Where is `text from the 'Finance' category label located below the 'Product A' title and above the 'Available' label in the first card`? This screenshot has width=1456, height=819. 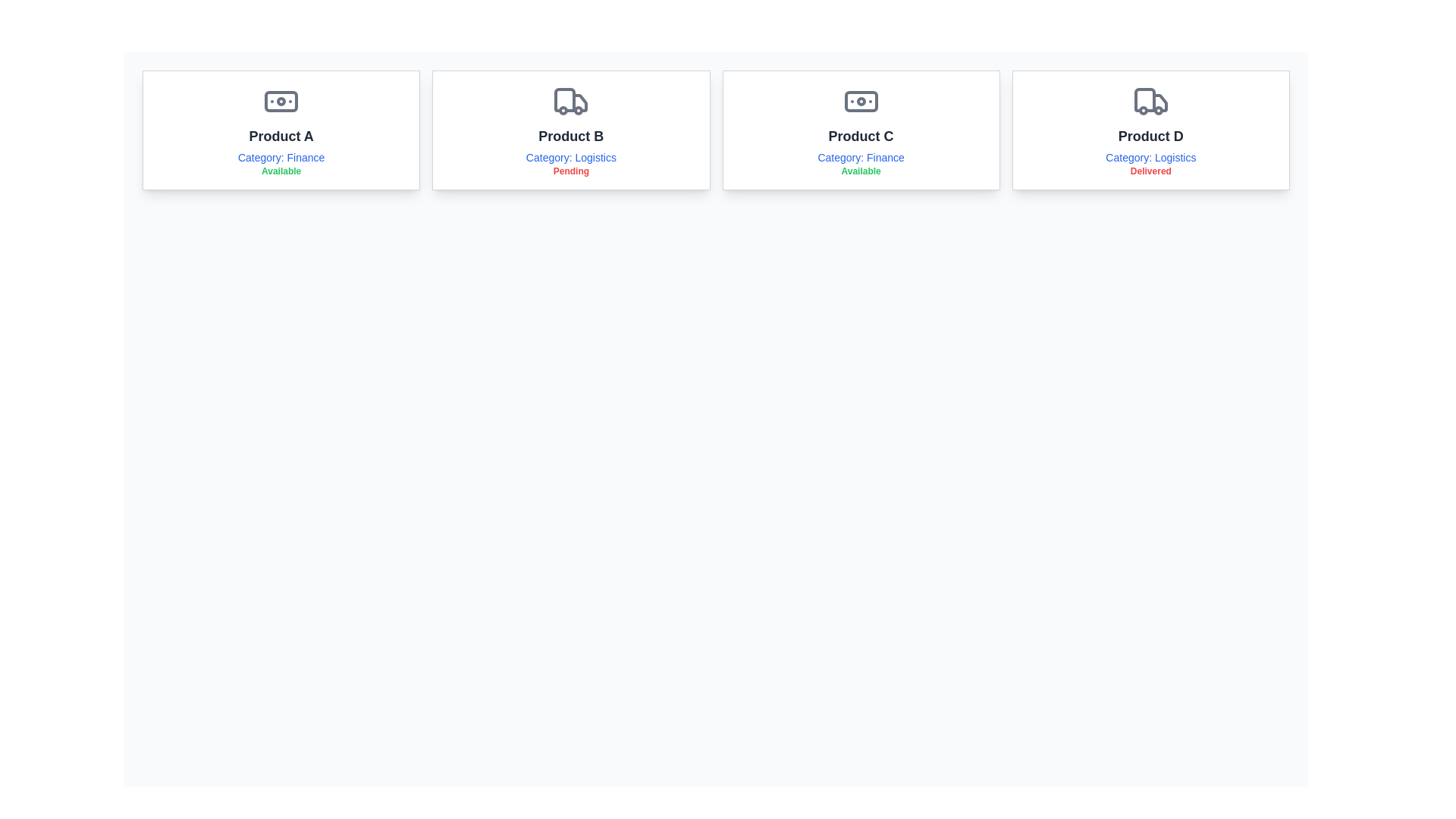
text from the 'Finance' category label located below the 'Product A' title and above the 'Available' label in the first card is located at coordinates (281, 158).